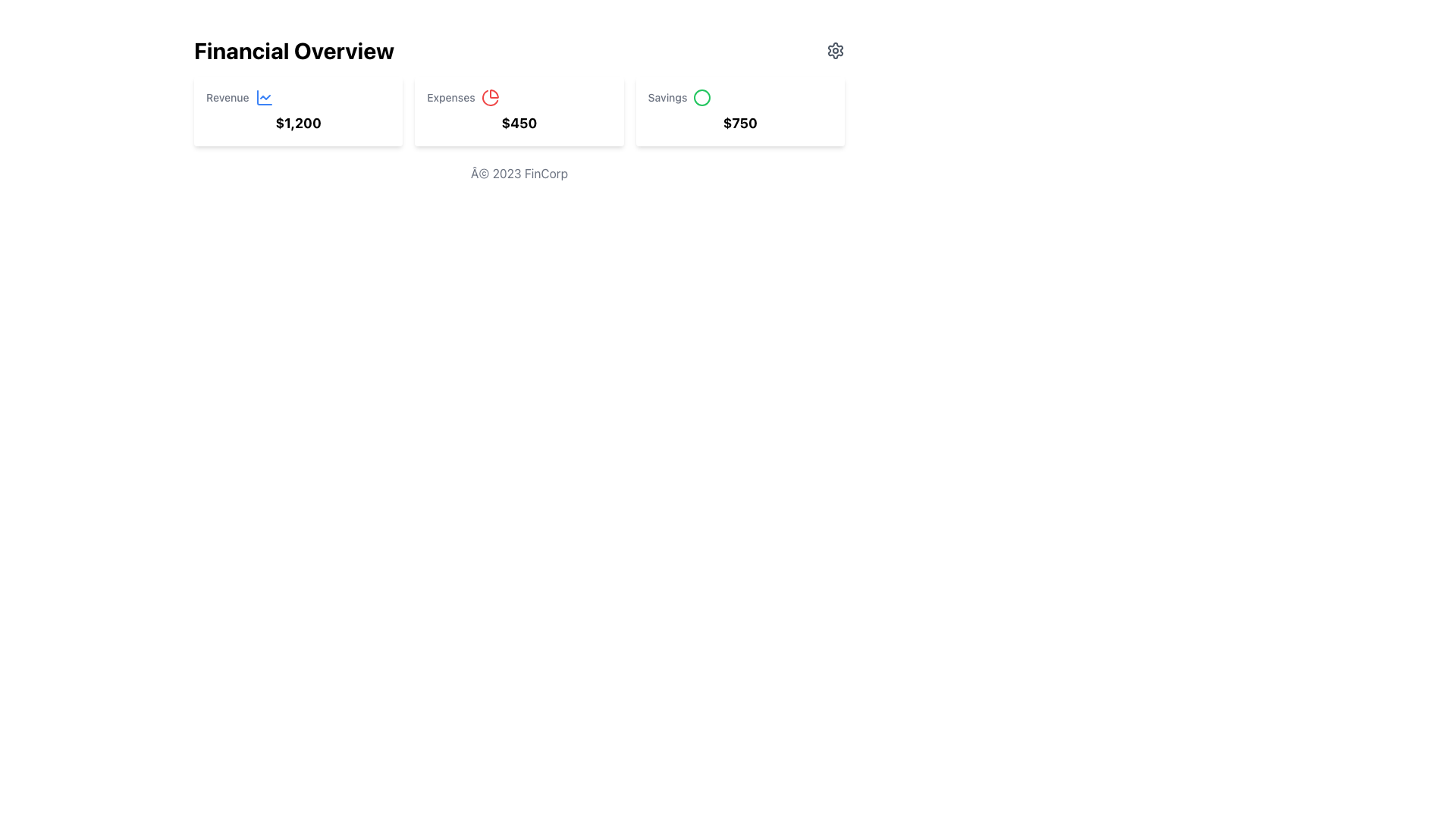 The width and height of the screenshot is (1456, 819). I want to click on the Settings button icon, which is a gray cogwheel located at the top-right corner near the 'Financial Overview' title, so click(835, 49).